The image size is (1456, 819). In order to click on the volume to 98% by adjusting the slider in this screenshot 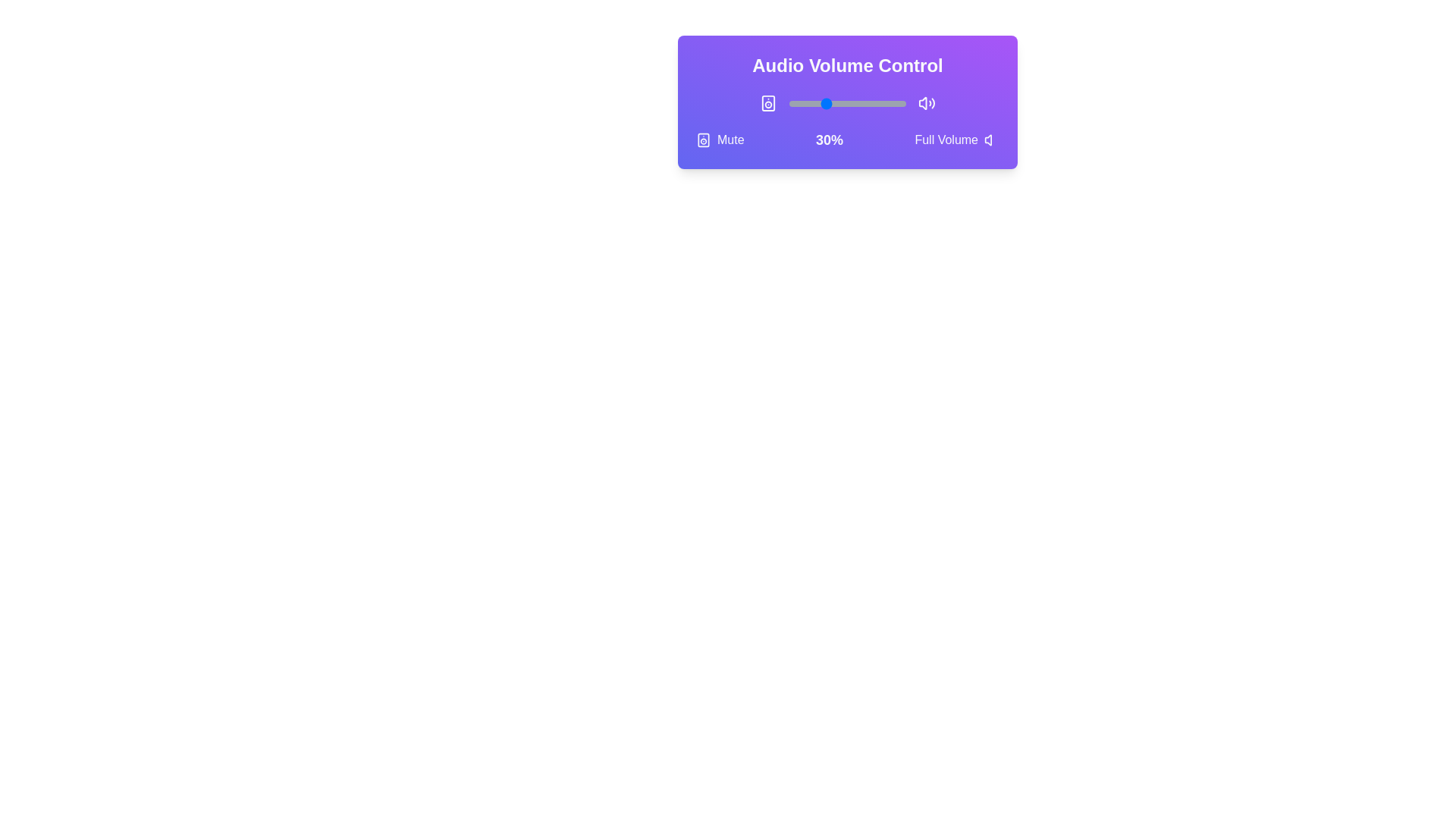, I will do `click(903, 103)`.